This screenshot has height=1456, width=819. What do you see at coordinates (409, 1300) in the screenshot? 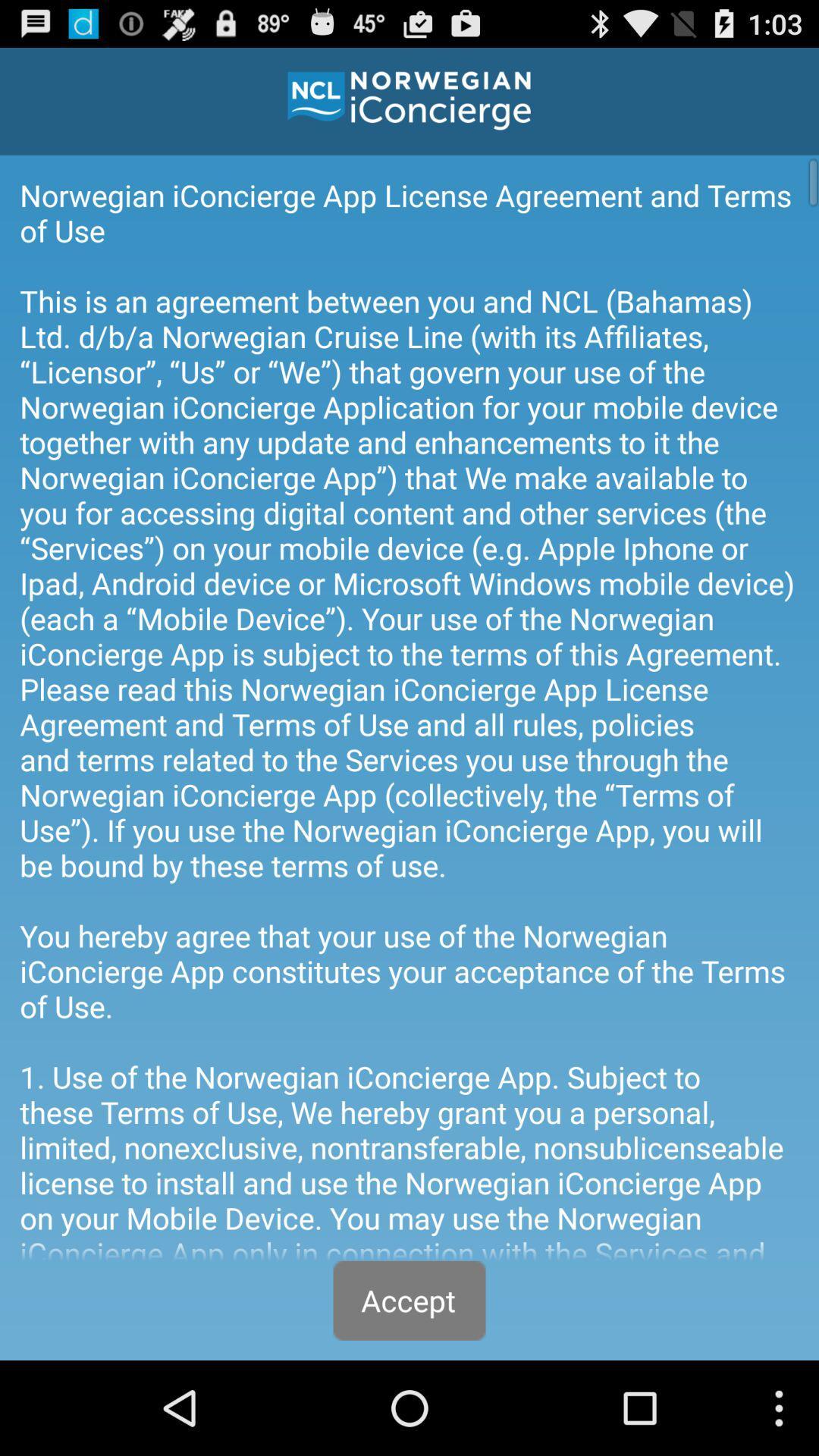
I see `item below norwegian iconcierge app` at bounding box center [409, 1300].